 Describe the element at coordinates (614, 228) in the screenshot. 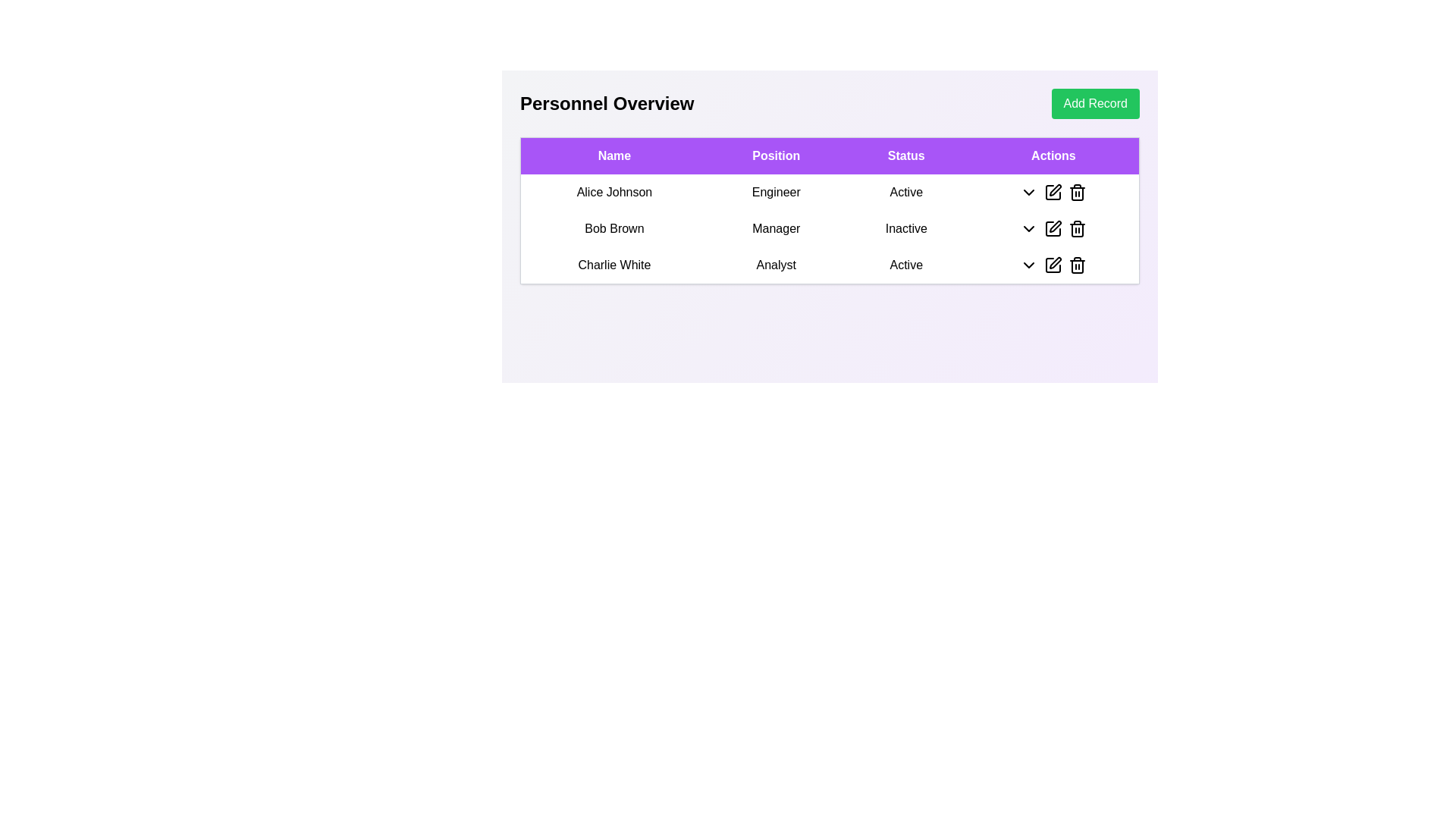

I see `the text entry 'Bob Brown' located in the 'Name' column of the 'Personnel Overview' table` at that location.